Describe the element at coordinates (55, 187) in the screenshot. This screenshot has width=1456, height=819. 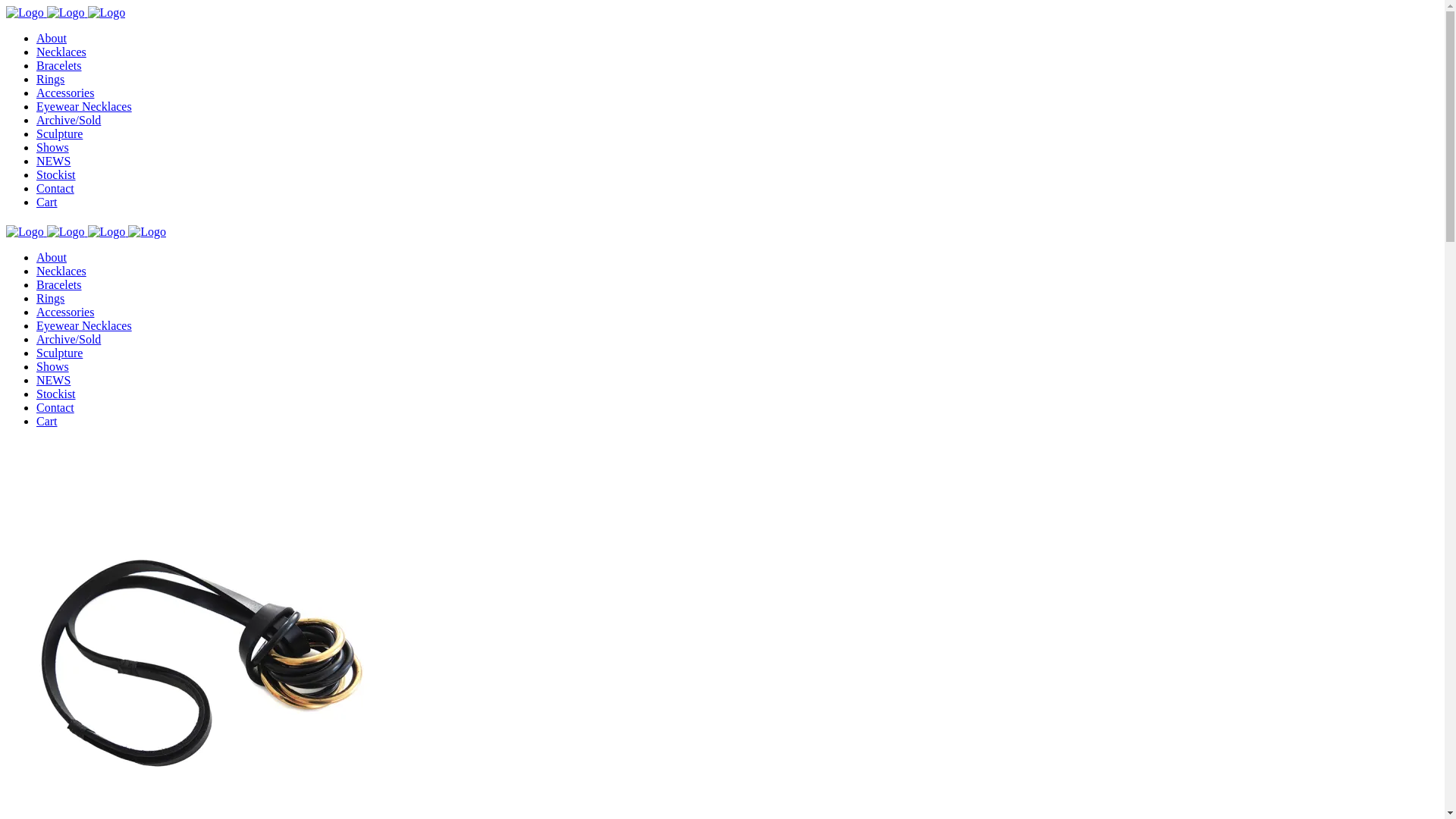
I see `'Contact'` at that location.